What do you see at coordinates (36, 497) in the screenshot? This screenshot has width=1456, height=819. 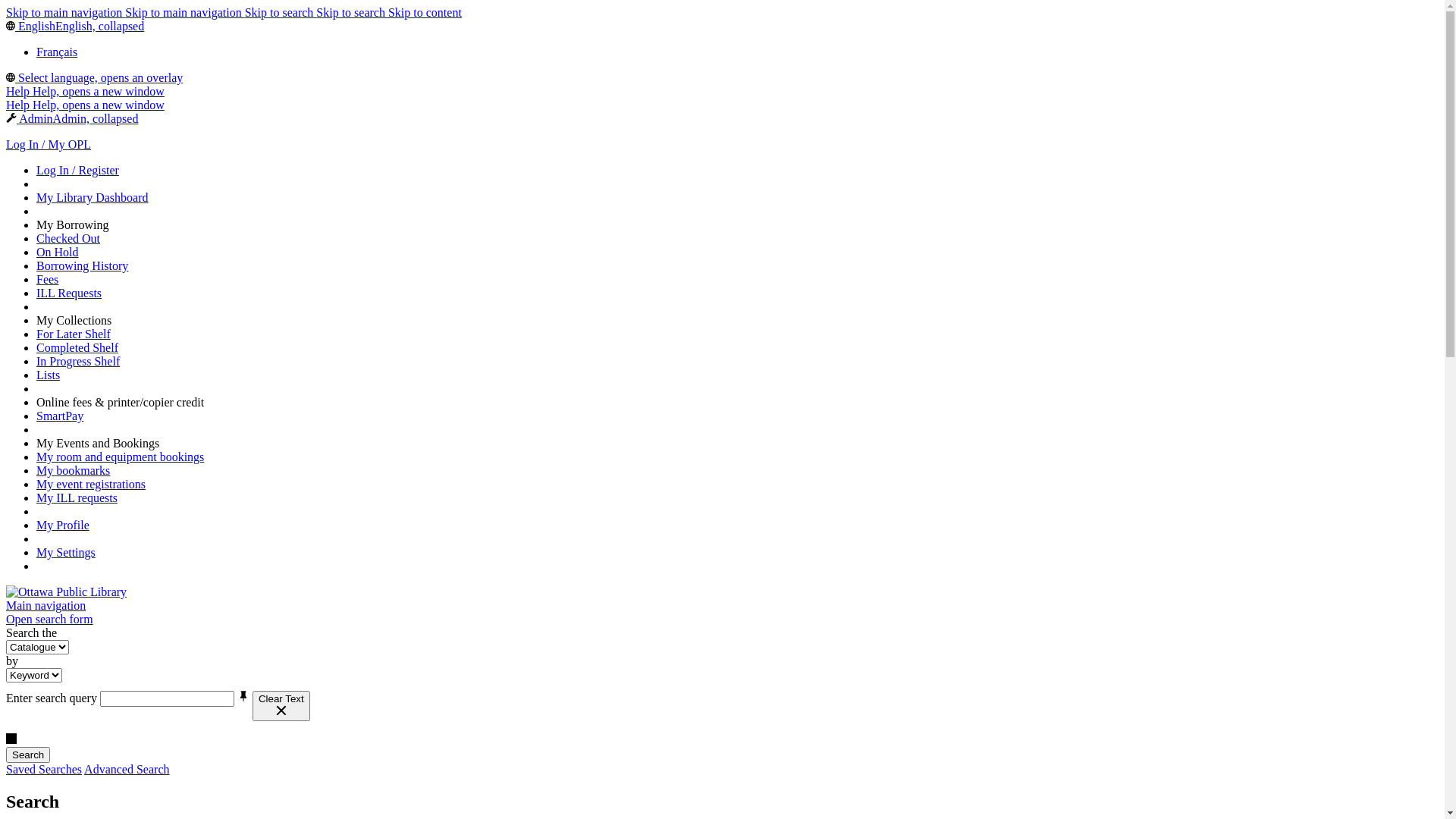 I see `'My ILL requests'` at bounding box center [36, 497].